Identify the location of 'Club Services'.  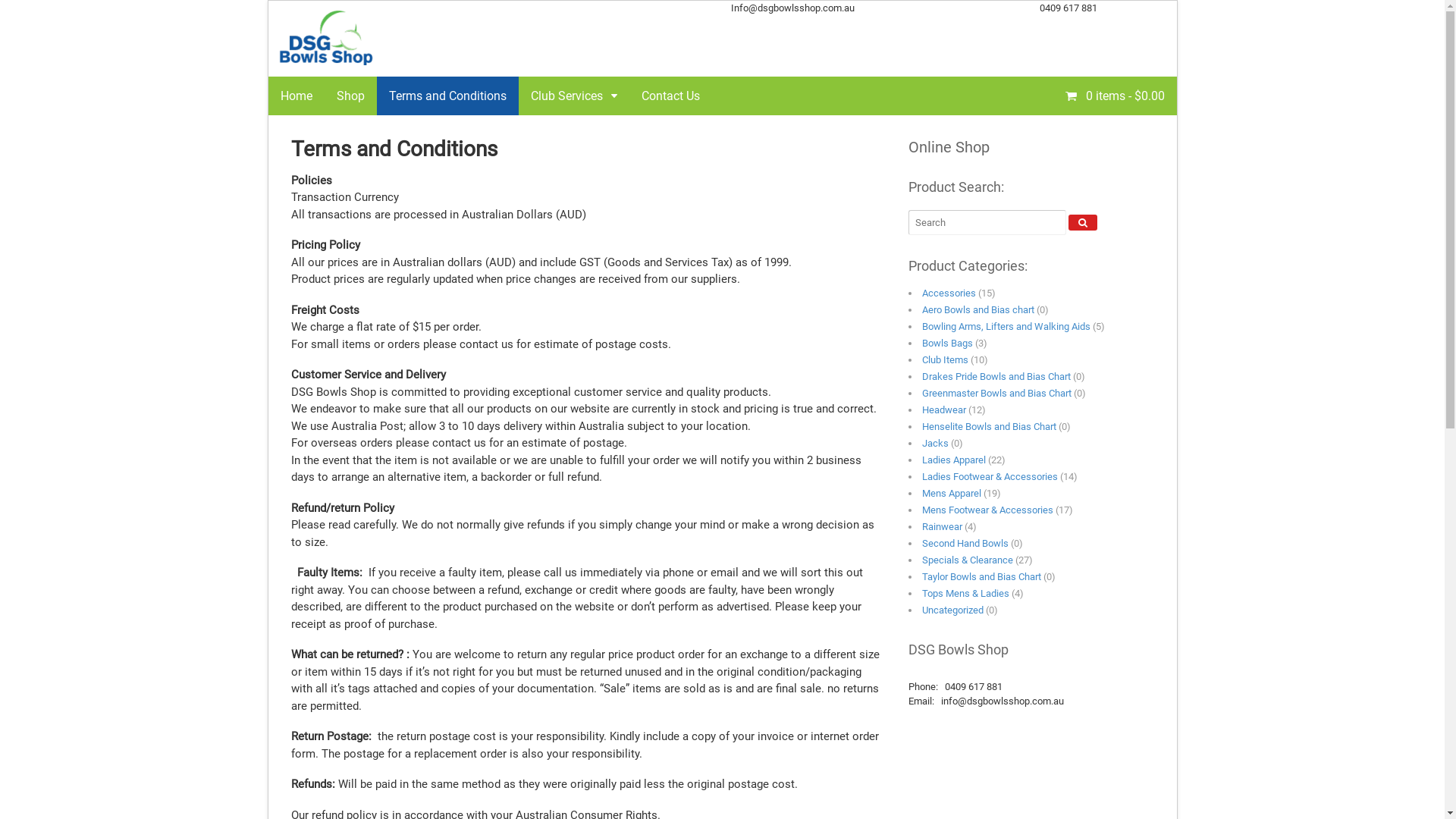
(573, 96).